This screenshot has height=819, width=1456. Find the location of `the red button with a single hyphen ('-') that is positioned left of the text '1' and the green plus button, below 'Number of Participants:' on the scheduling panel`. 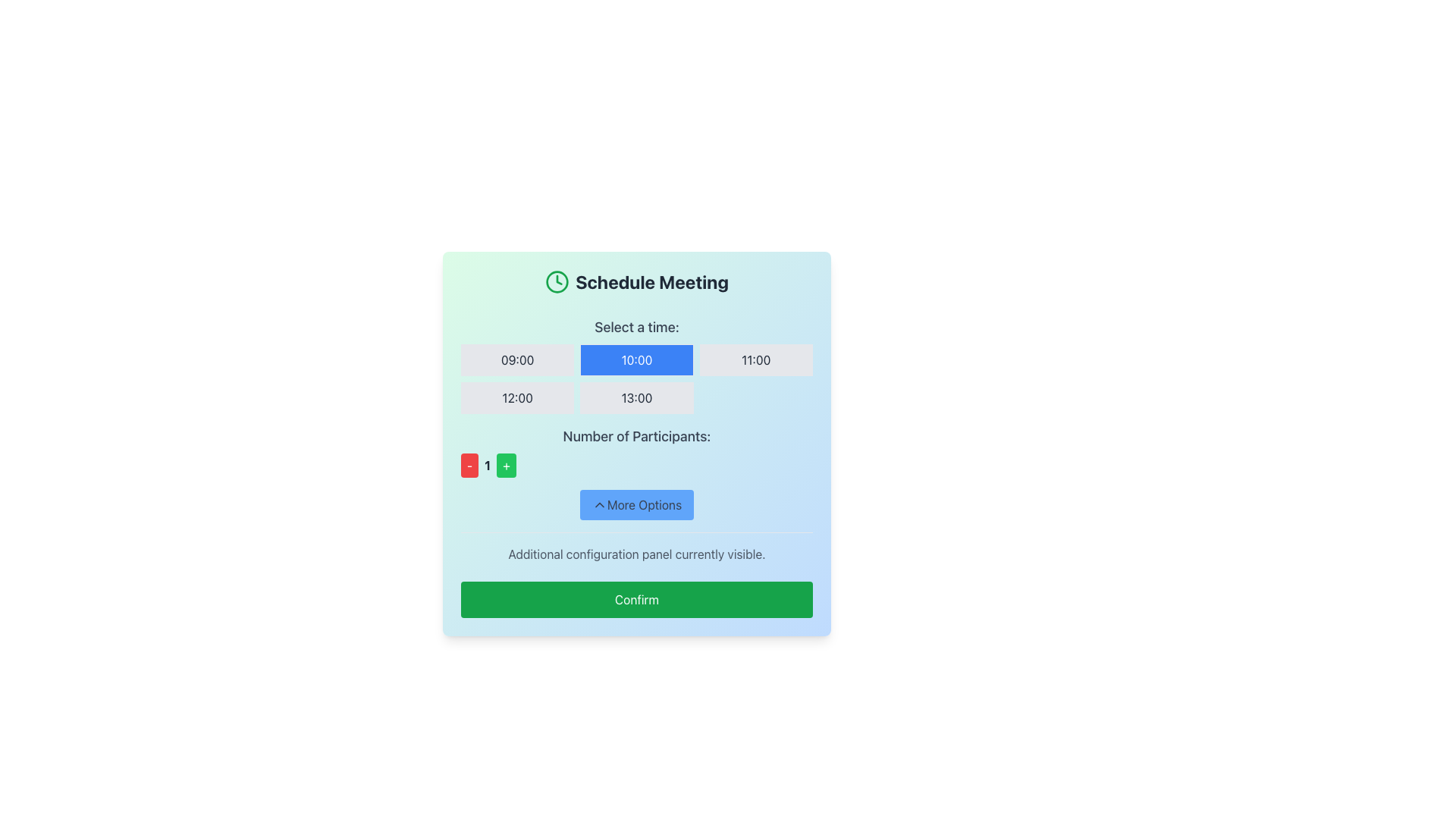

the red button with a single hyphen ('-') that is positioned left of the text '1' and the green plus button, below 'Number of Participants:' on the scheduling panel is located at coordinates (469, 464).